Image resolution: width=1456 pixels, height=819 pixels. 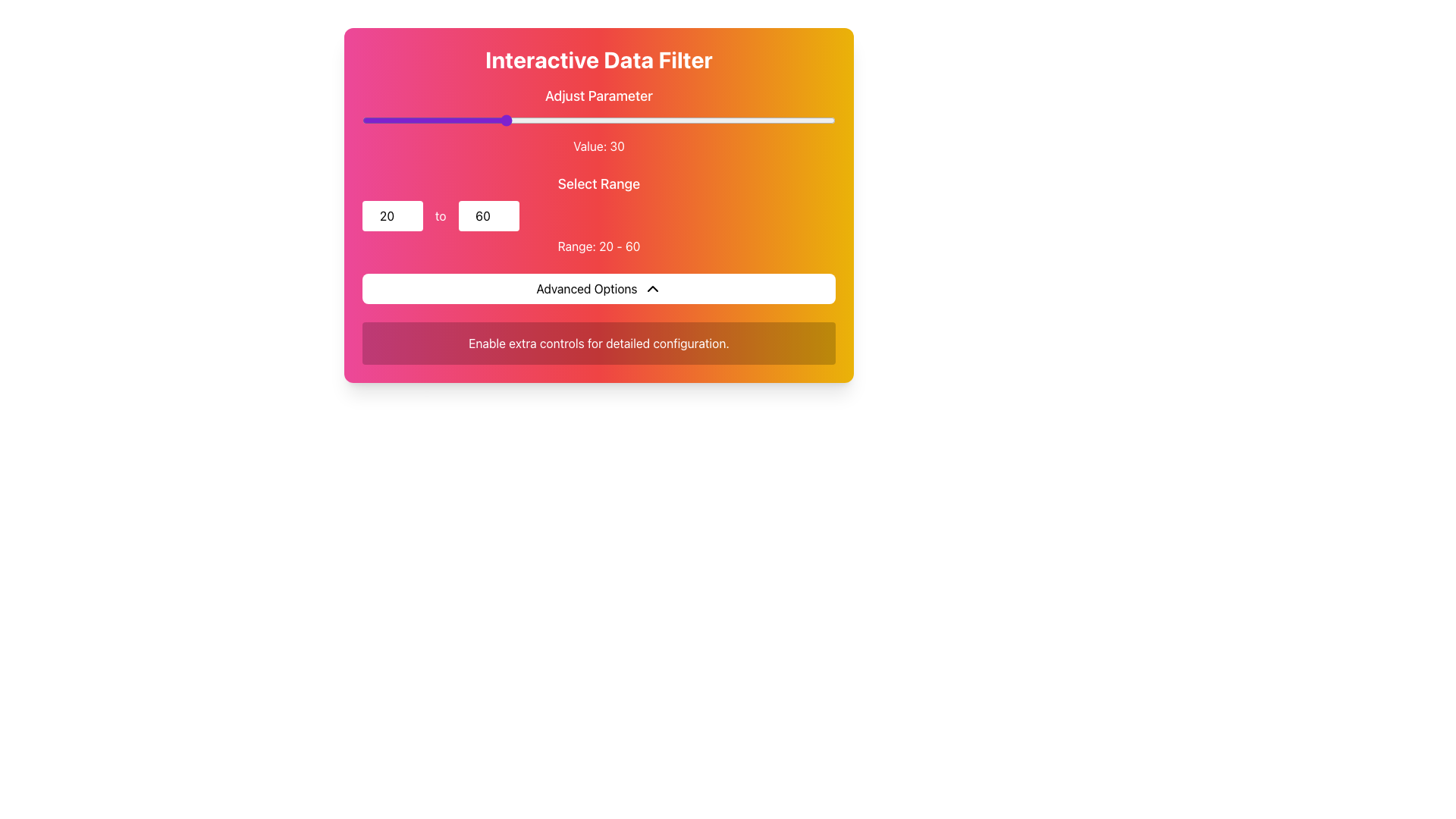 I want to click on the parameter, so click(x=461, y=119).